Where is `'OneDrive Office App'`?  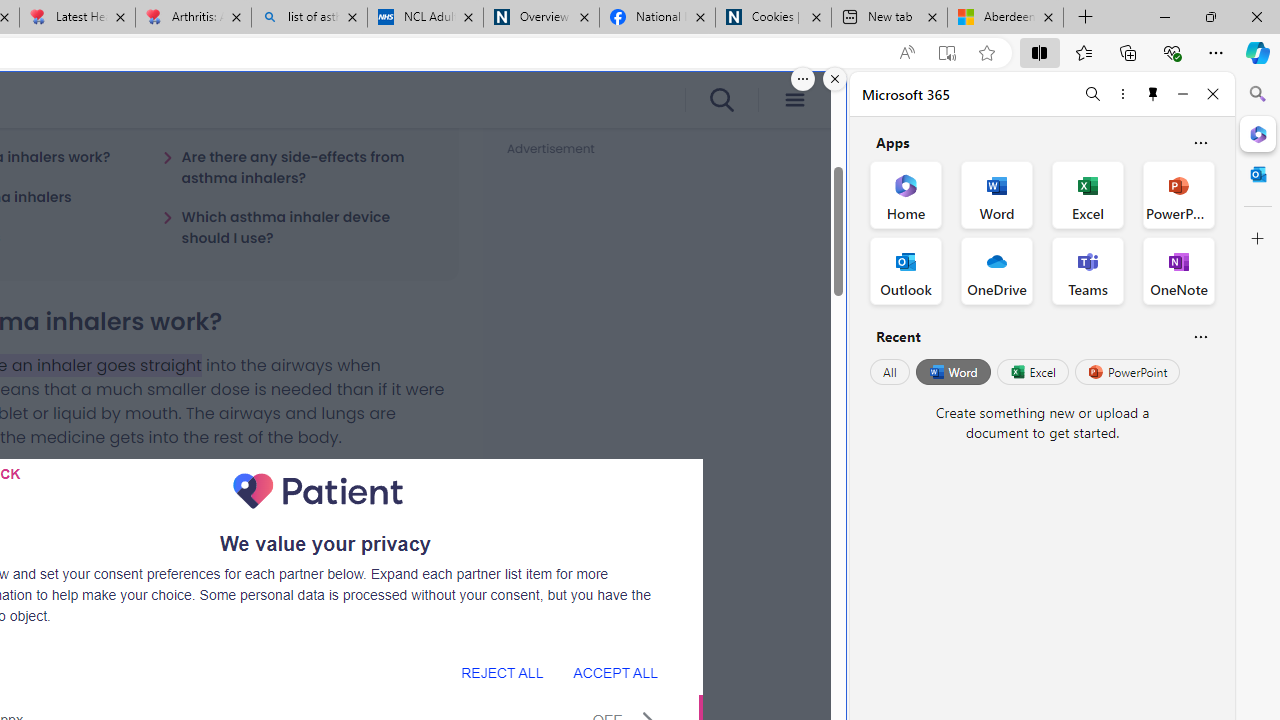
'OneDrive Office App' is located at coordinates (997, 271).